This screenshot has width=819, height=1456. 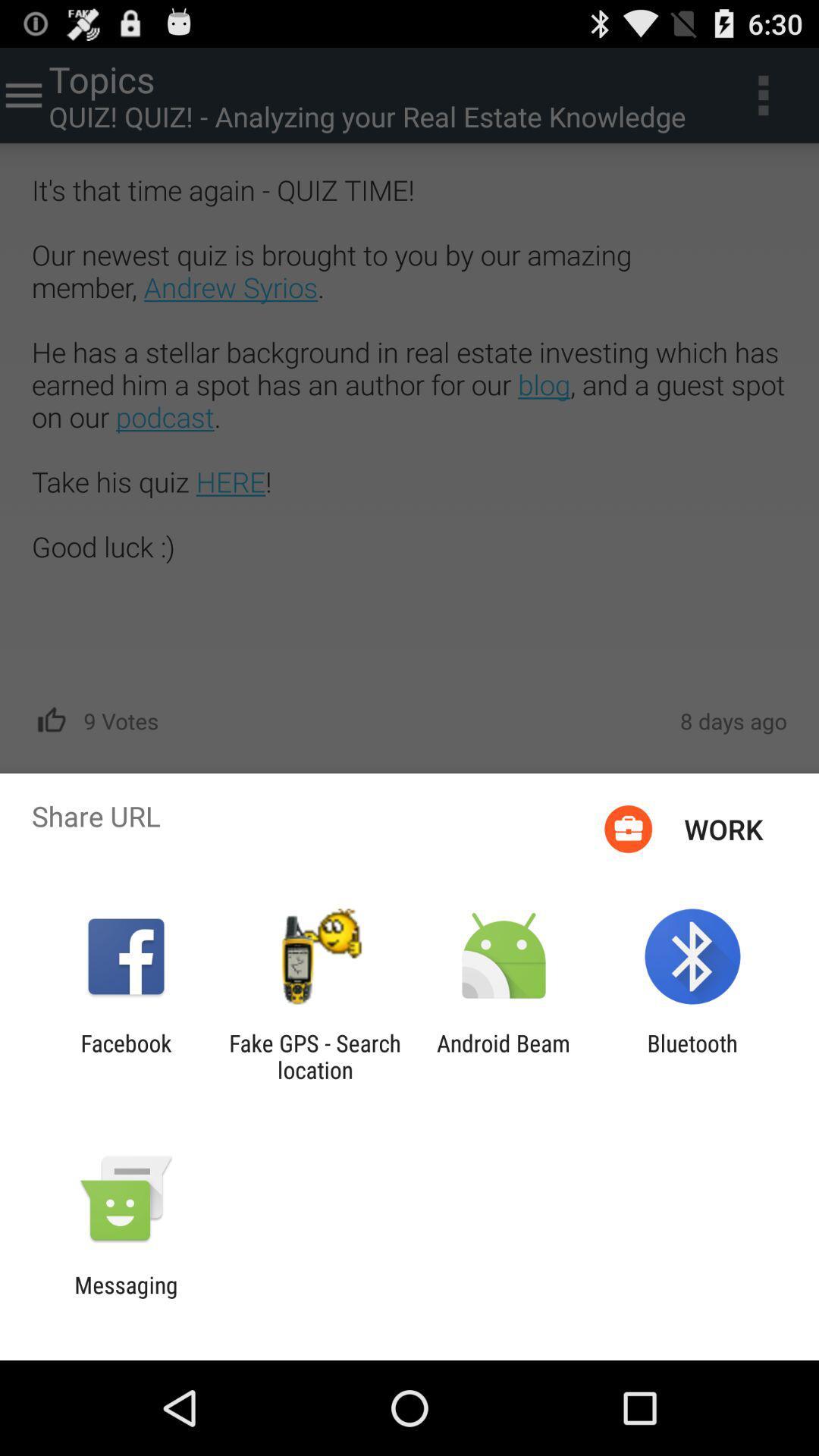 What do you see at coordinates (504, 1056) in the screenshot?
I see `the icon to the left of the bluetooth` at bounding box center [504, 1056].